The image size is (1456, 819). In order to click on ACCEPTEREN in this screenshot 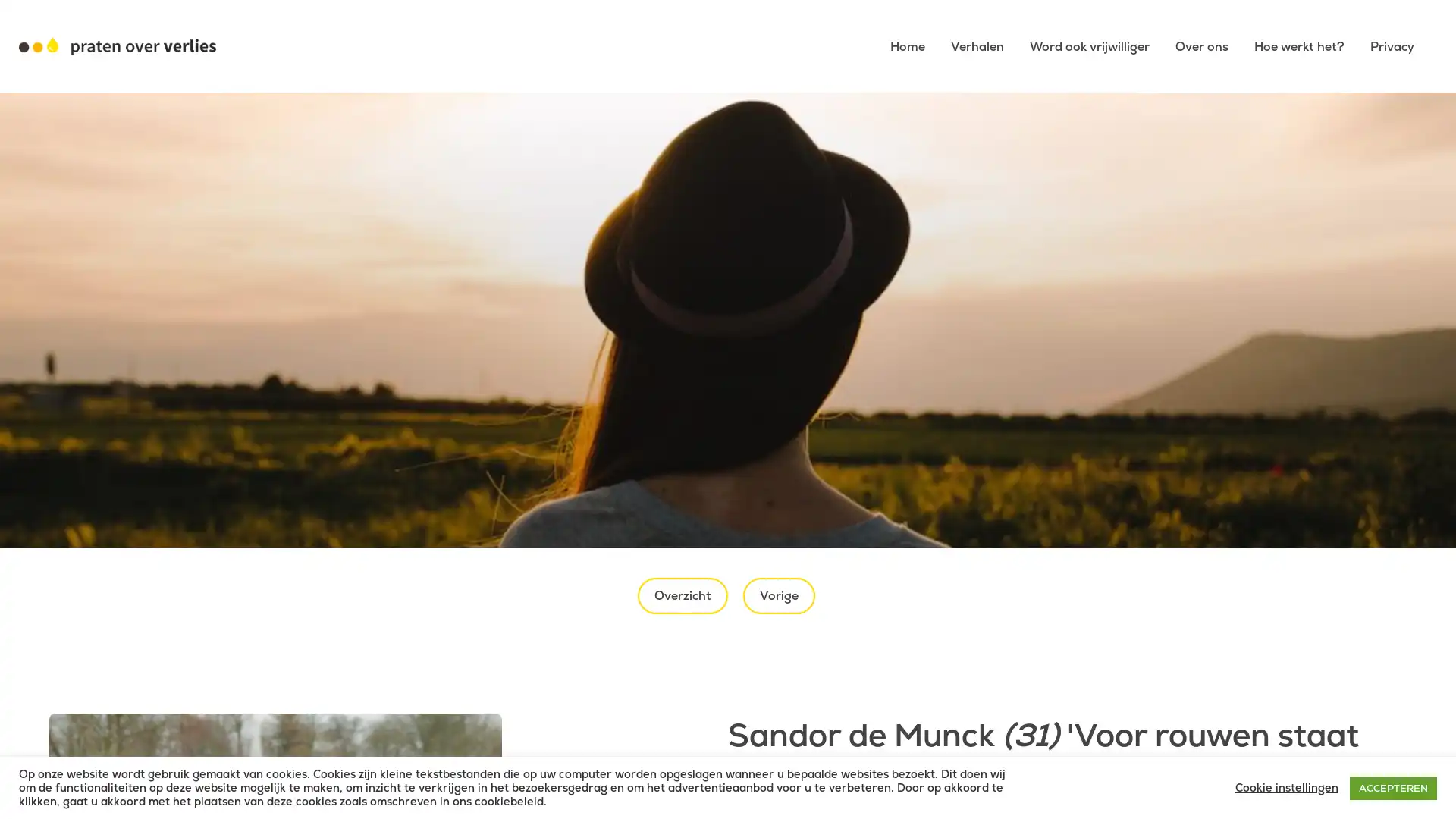, I will do `click(1393, 786)`.